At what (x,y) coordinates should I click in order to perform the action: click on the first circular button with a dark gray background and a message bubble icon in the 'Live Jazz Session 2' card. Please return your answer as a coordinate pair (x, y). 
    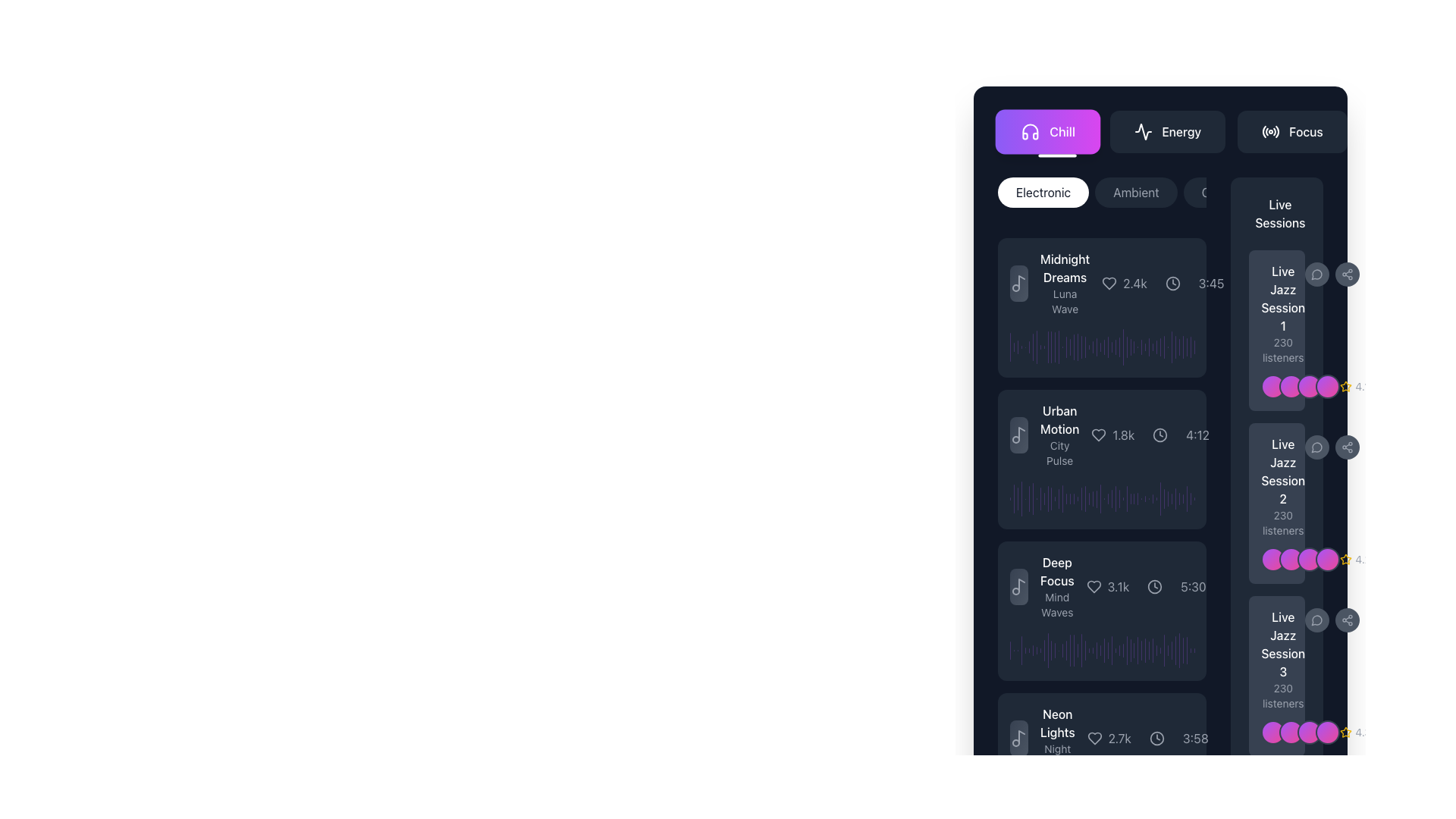
    Looking at the image, I should click on (1316, 447).